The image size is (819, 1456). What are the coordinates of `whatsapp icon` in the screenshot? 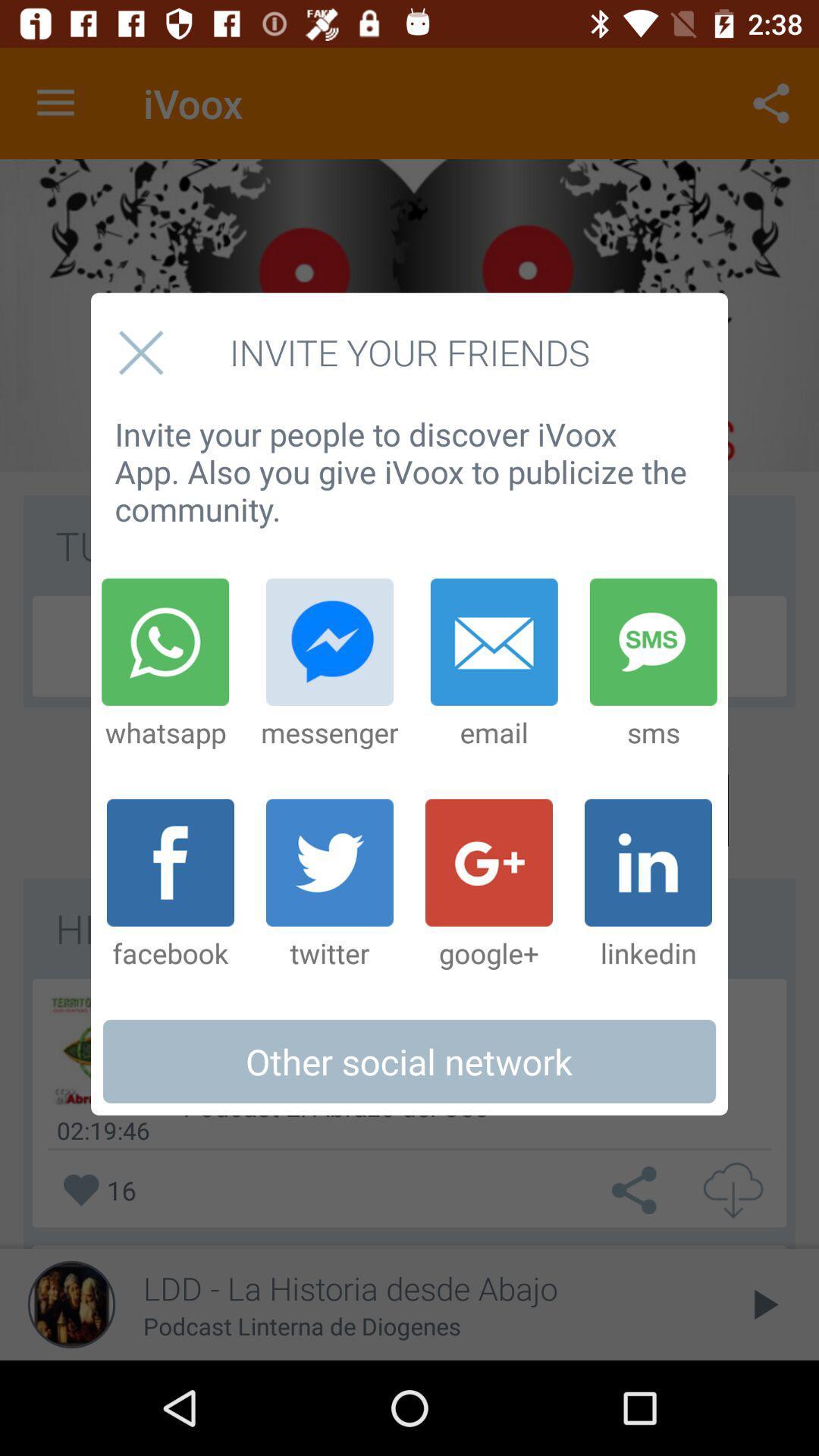 It's located at (165, 664).